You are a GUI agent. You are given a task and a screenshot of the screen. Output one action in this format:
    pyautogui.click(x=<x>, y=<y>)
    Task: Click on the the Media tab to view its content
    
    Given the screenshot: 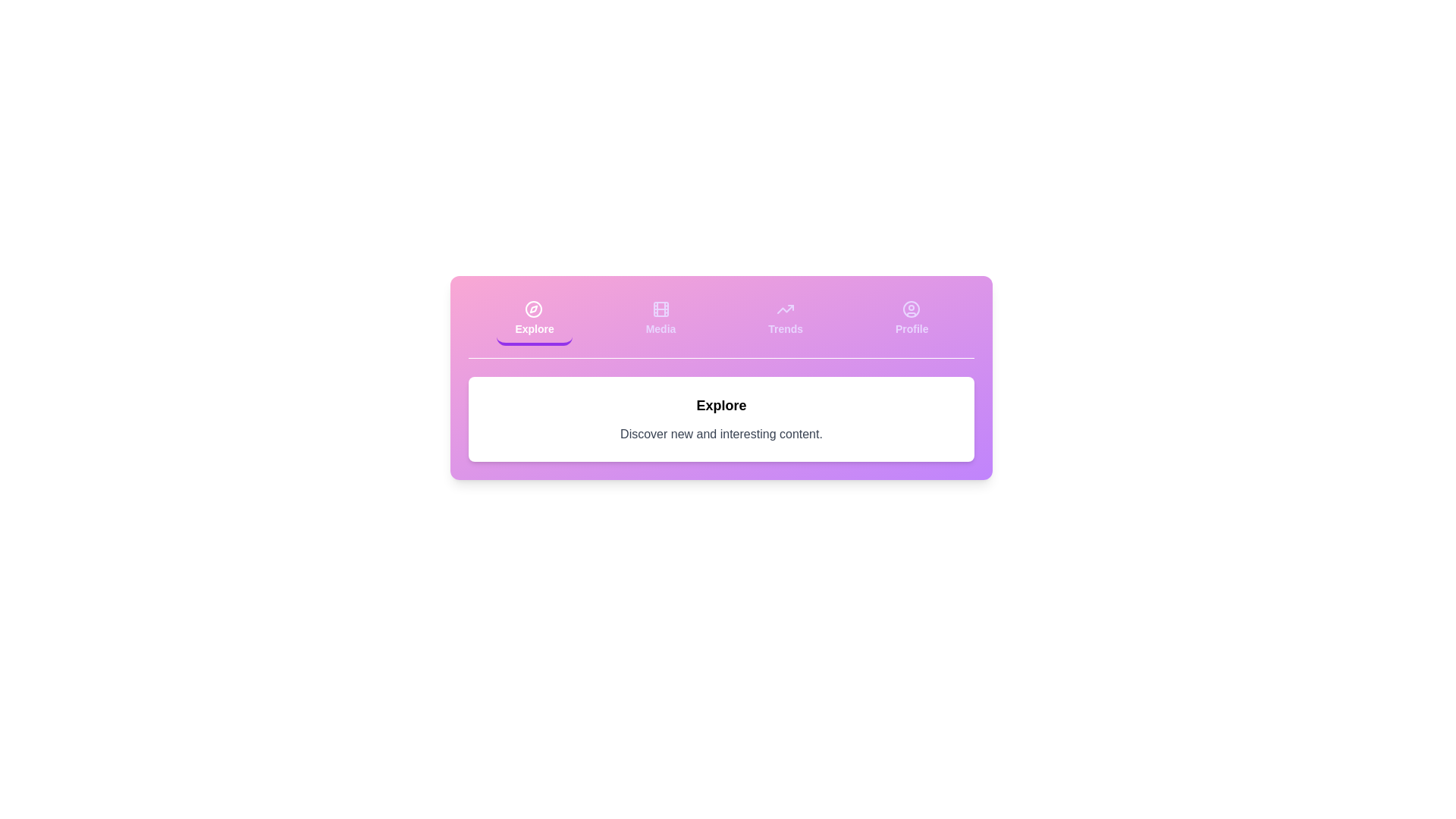 What is the action you would take?
    pyautogui.click(x=661, y=318)
    